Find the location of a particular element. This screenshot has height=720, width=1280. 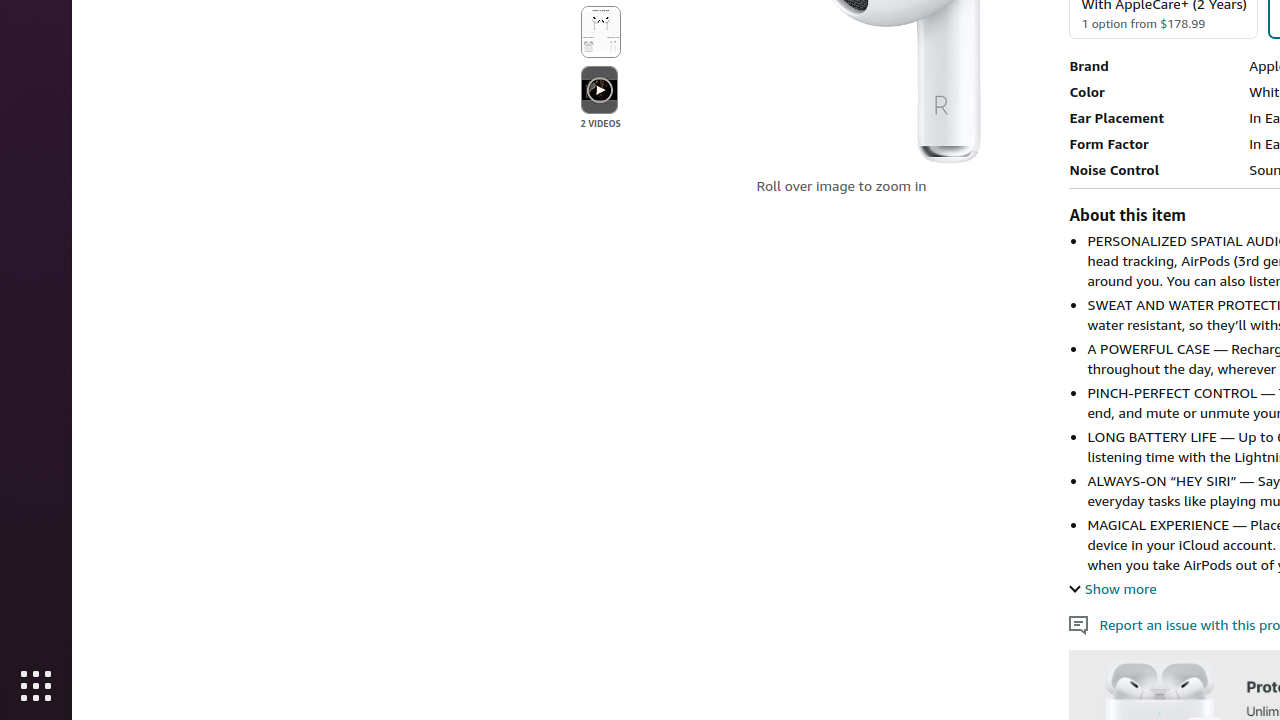

'Show more' is located at coordinates (1111, 587).